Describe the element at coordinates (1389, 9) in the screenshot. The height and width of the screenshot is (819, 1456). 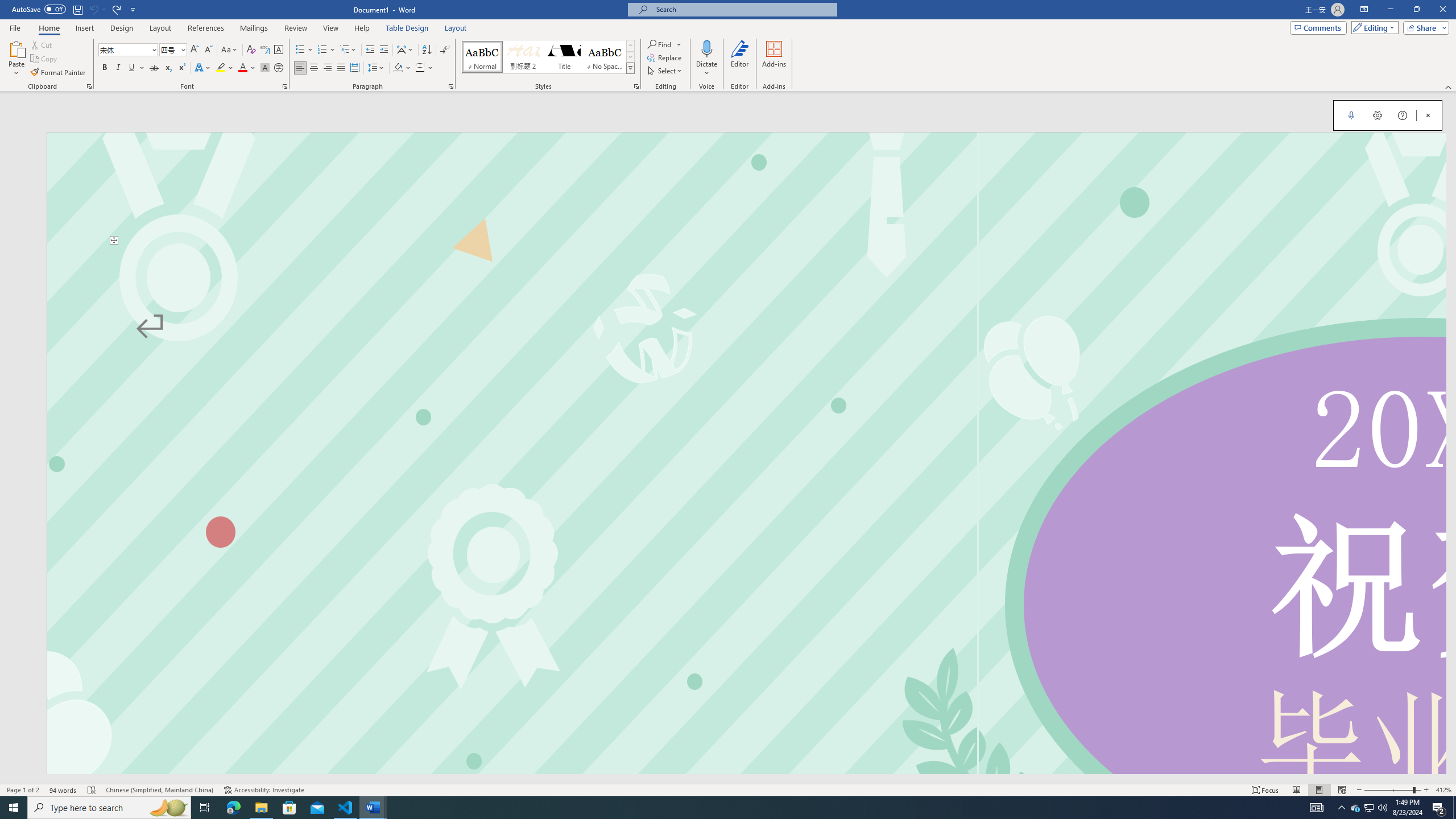
I see `'Minimize'` at that location.